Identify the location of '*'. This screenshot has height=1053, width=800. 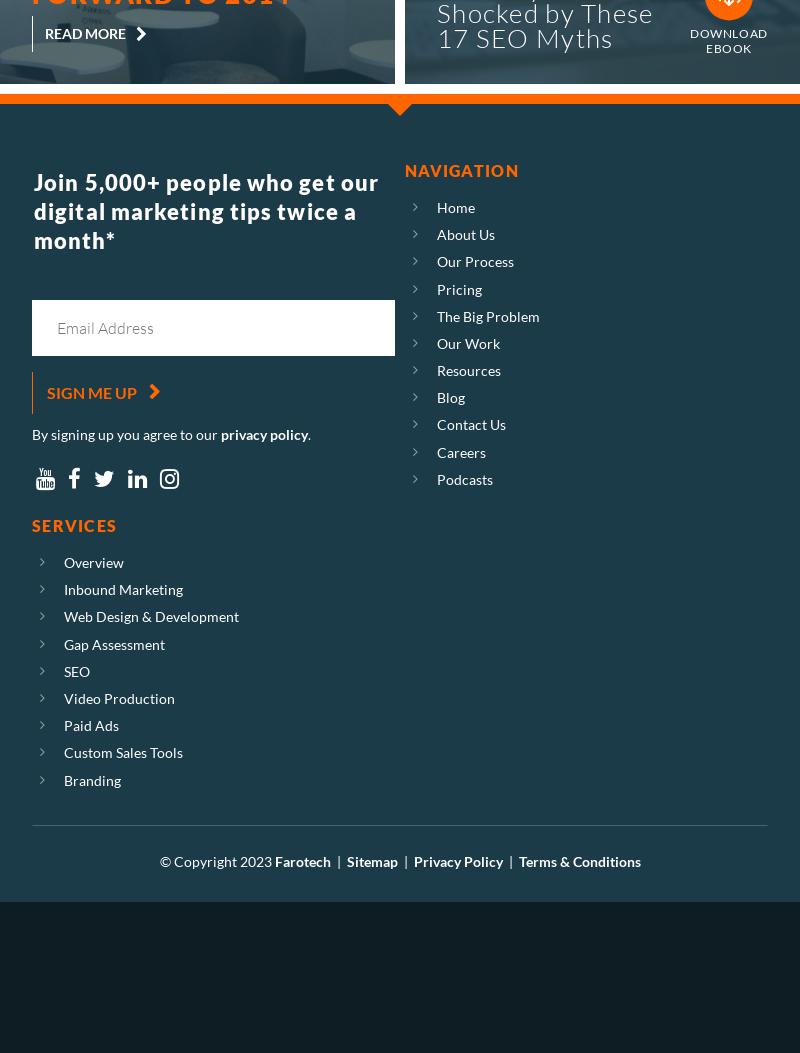
(109, 239).